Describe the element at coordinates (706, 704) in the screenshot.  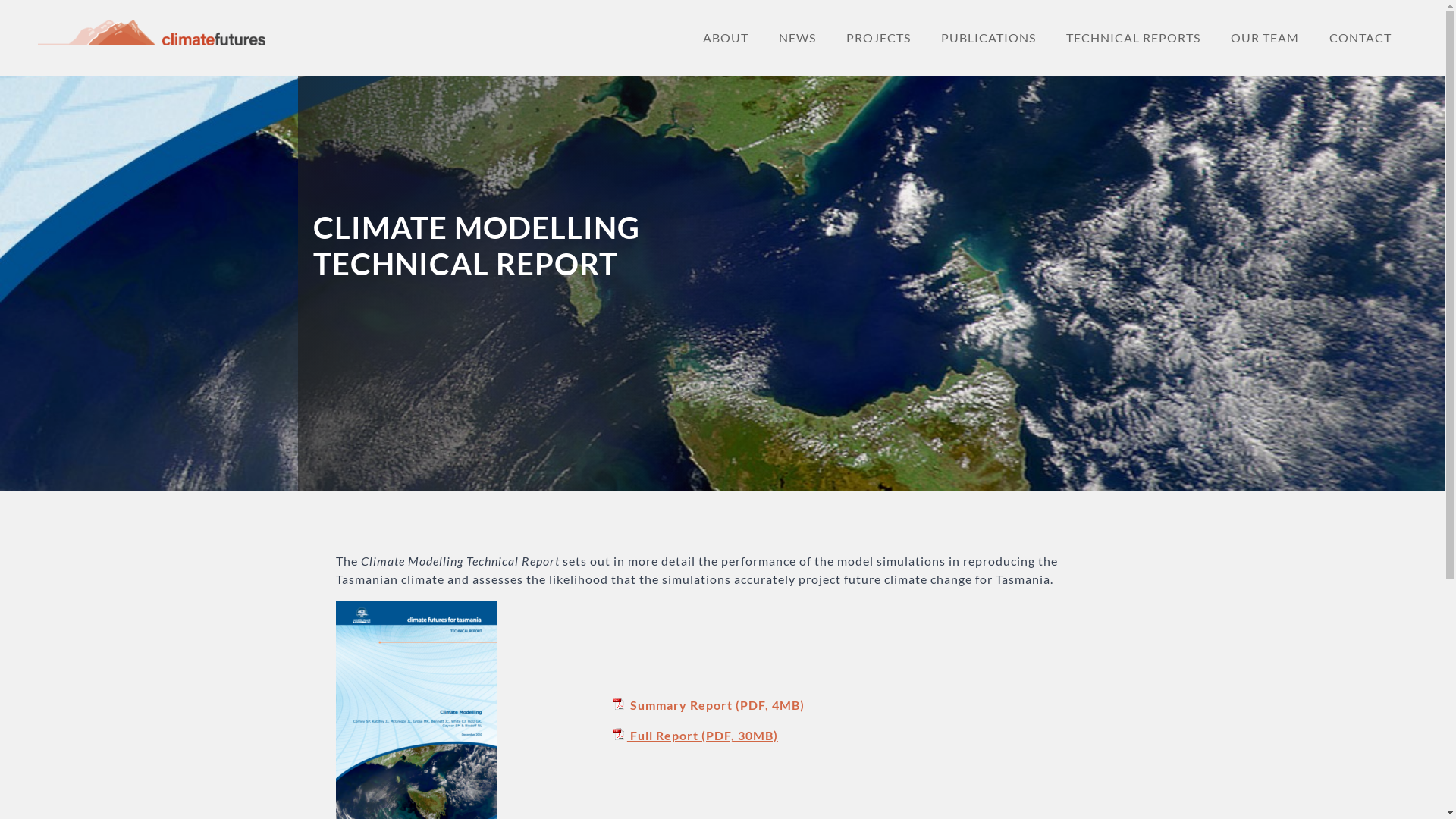
I see `'Summary Report (PDF, 4MB)'` at that location.